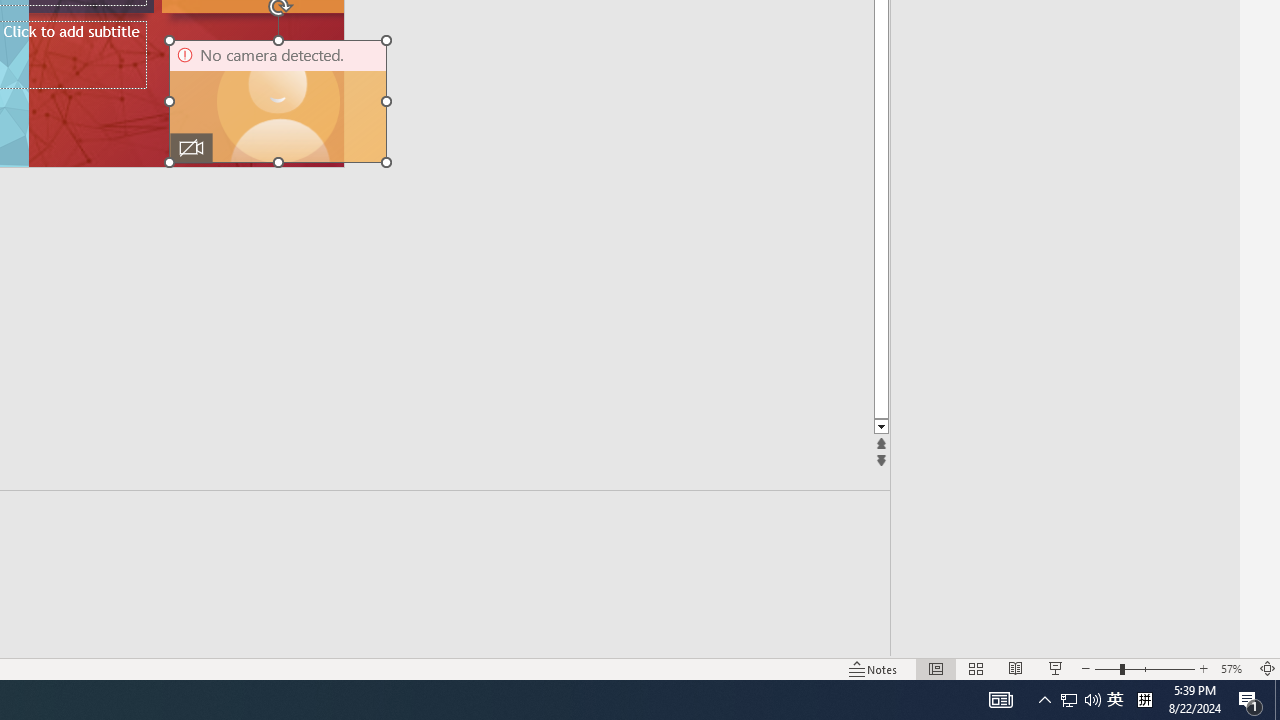 The image size is (1280, 720). I want to click on 'Reading View', so click(1015, 669).